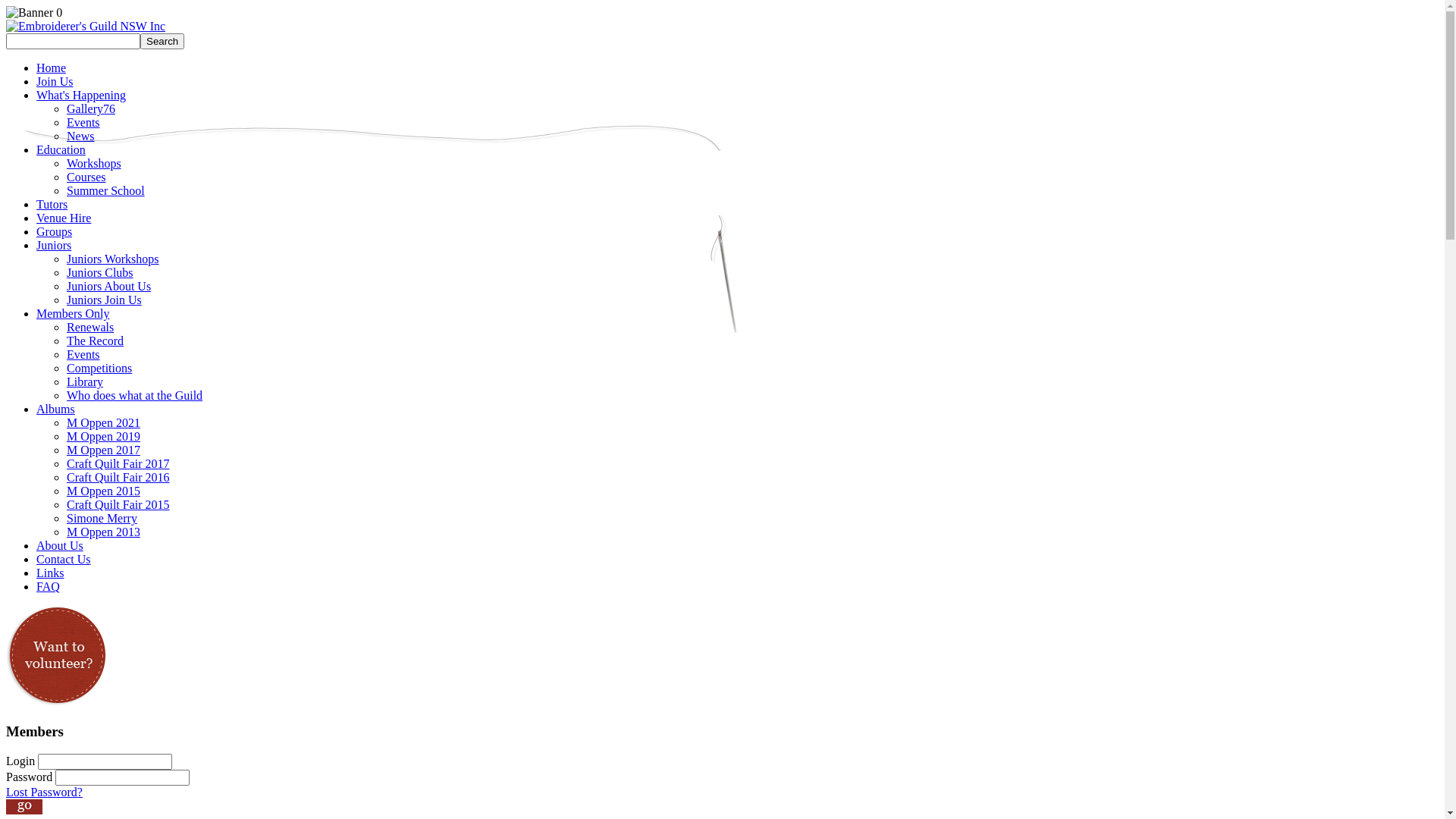  What do you see at coordinates (65, 504) in the screenshot?
I see `'Craft Quilt Fair 2015'` at bounding box center [65, 504].